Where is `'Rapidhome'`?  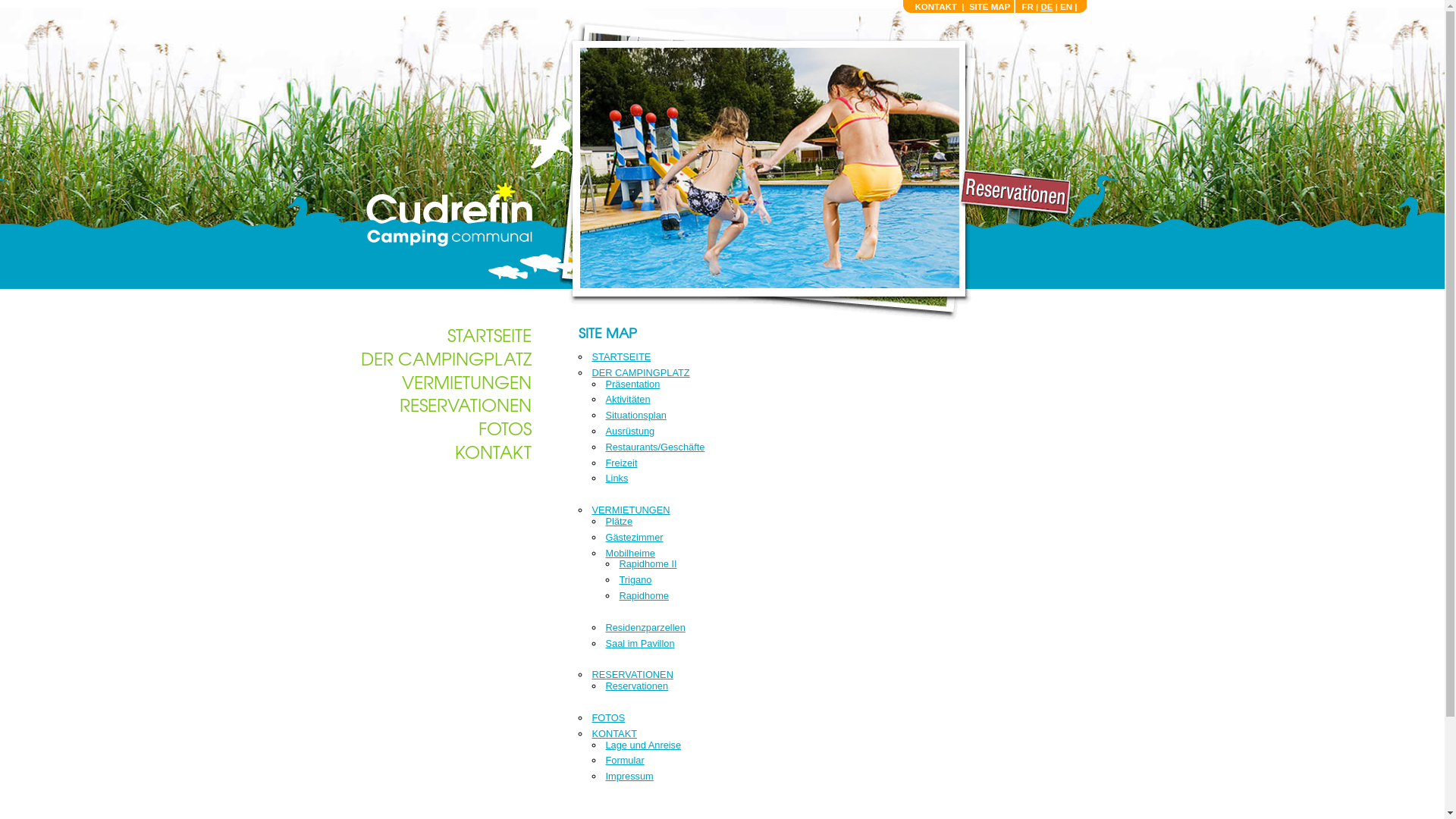
'Rapidhome' is located at coordinates (619, 595).